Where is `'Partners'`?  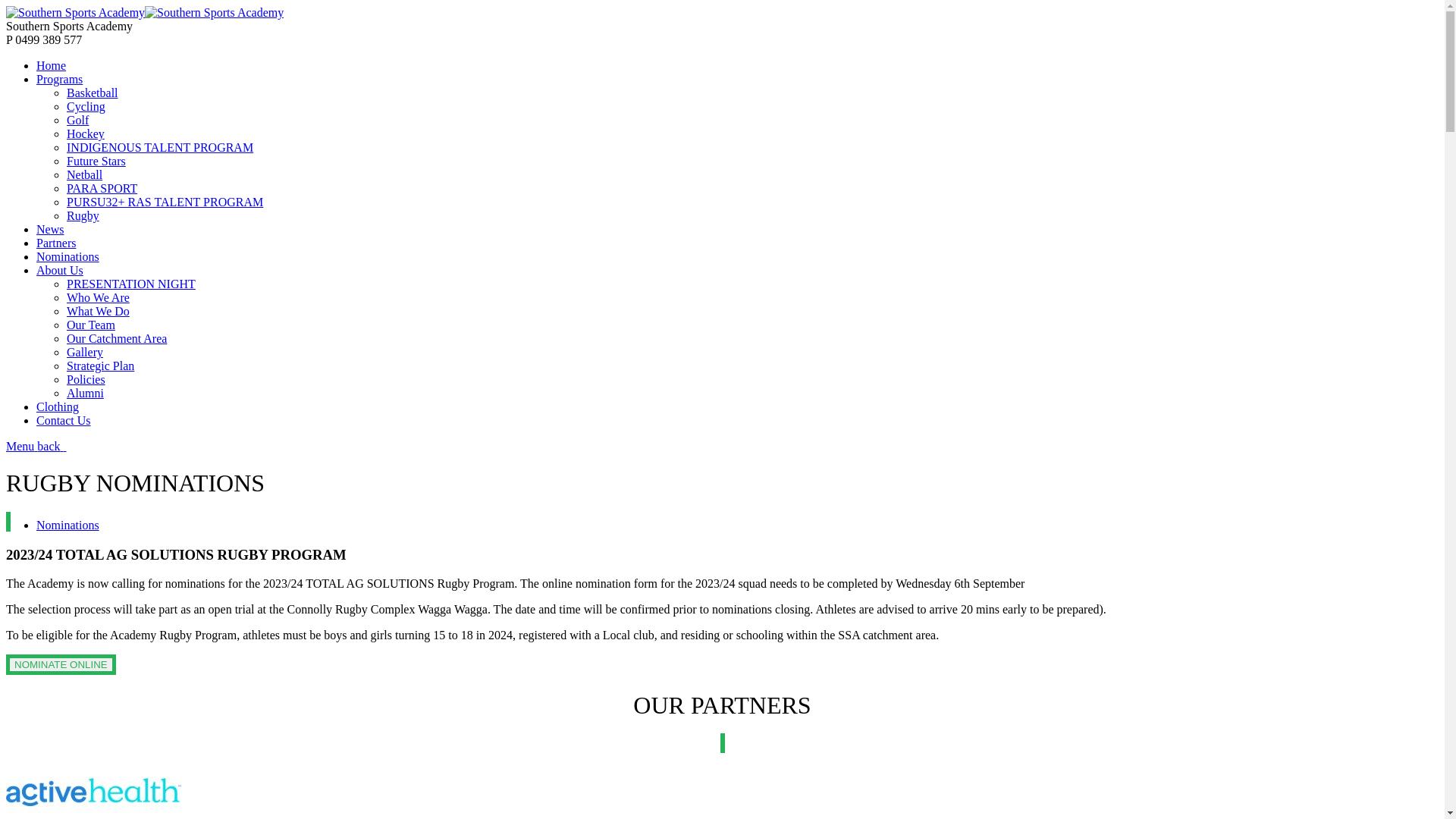 'Partners' is located at coordinates (55, 242).